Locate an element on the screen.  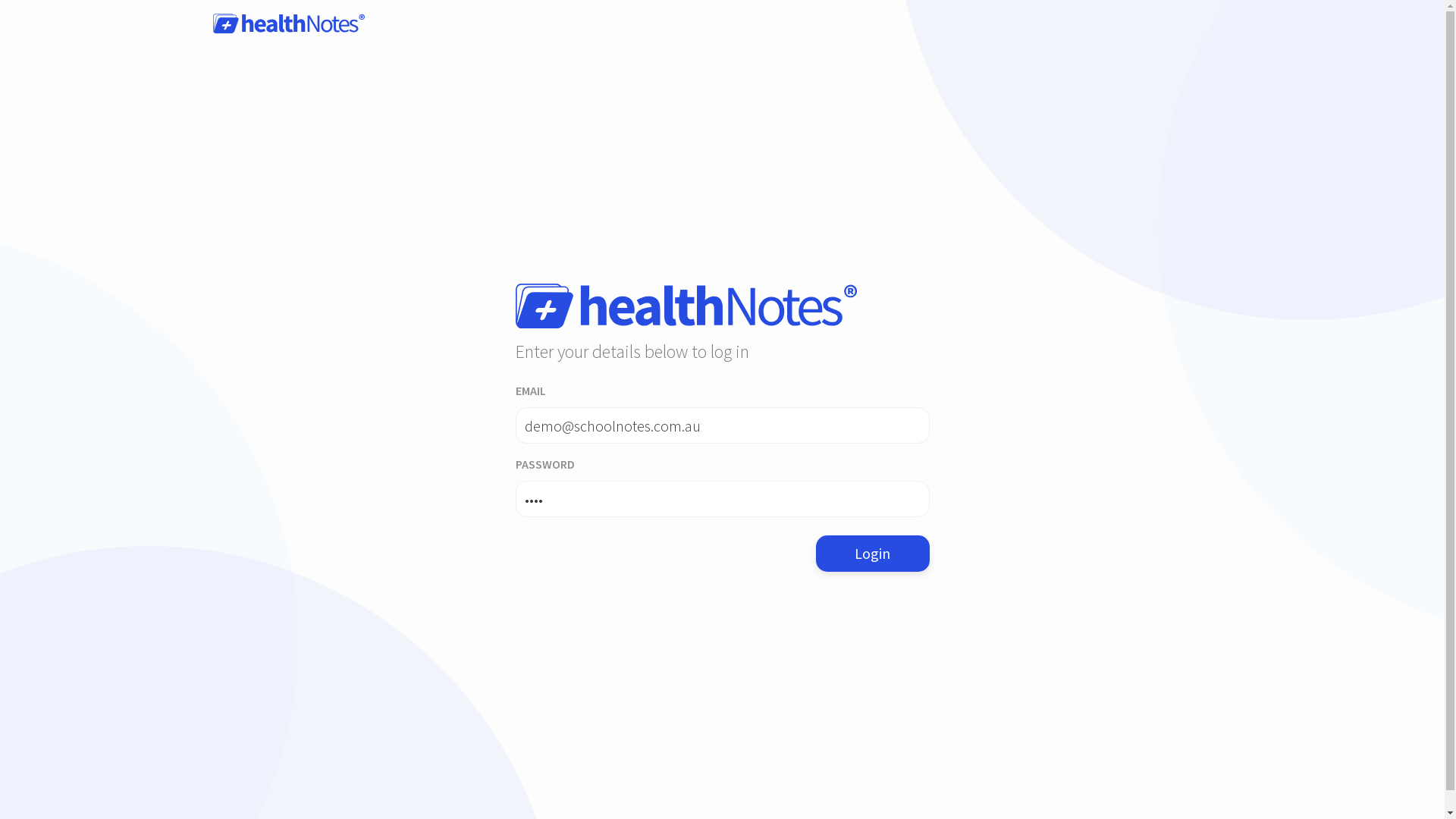
'Login' is located at coordinates (814, 553).